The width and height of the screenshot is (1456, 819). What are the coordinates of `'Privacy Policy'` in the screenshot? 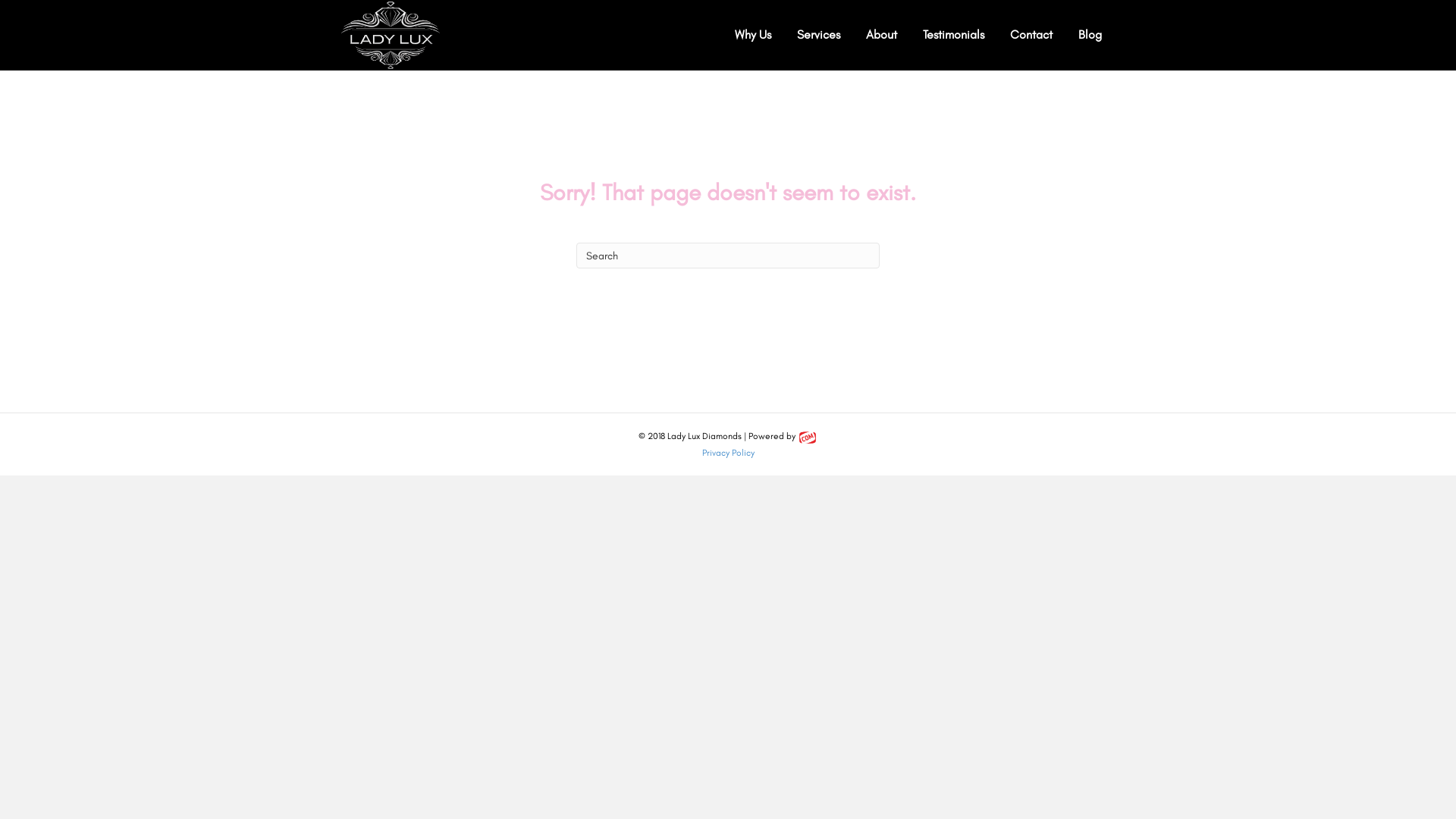 It's located at (728, 452).